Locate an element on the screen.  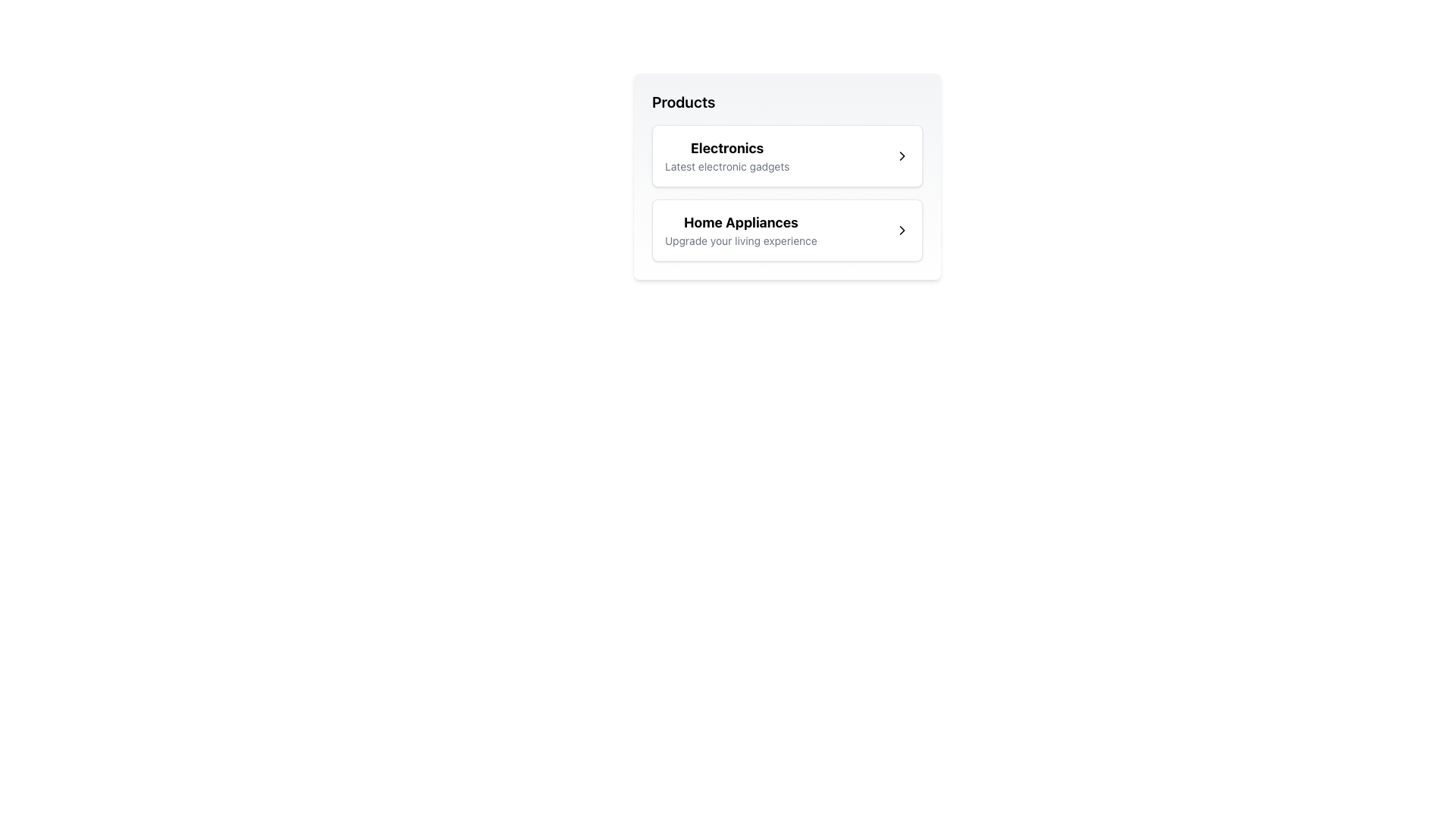
the 'Home Appliances' navigation list item is located at coordinates (787, 231).